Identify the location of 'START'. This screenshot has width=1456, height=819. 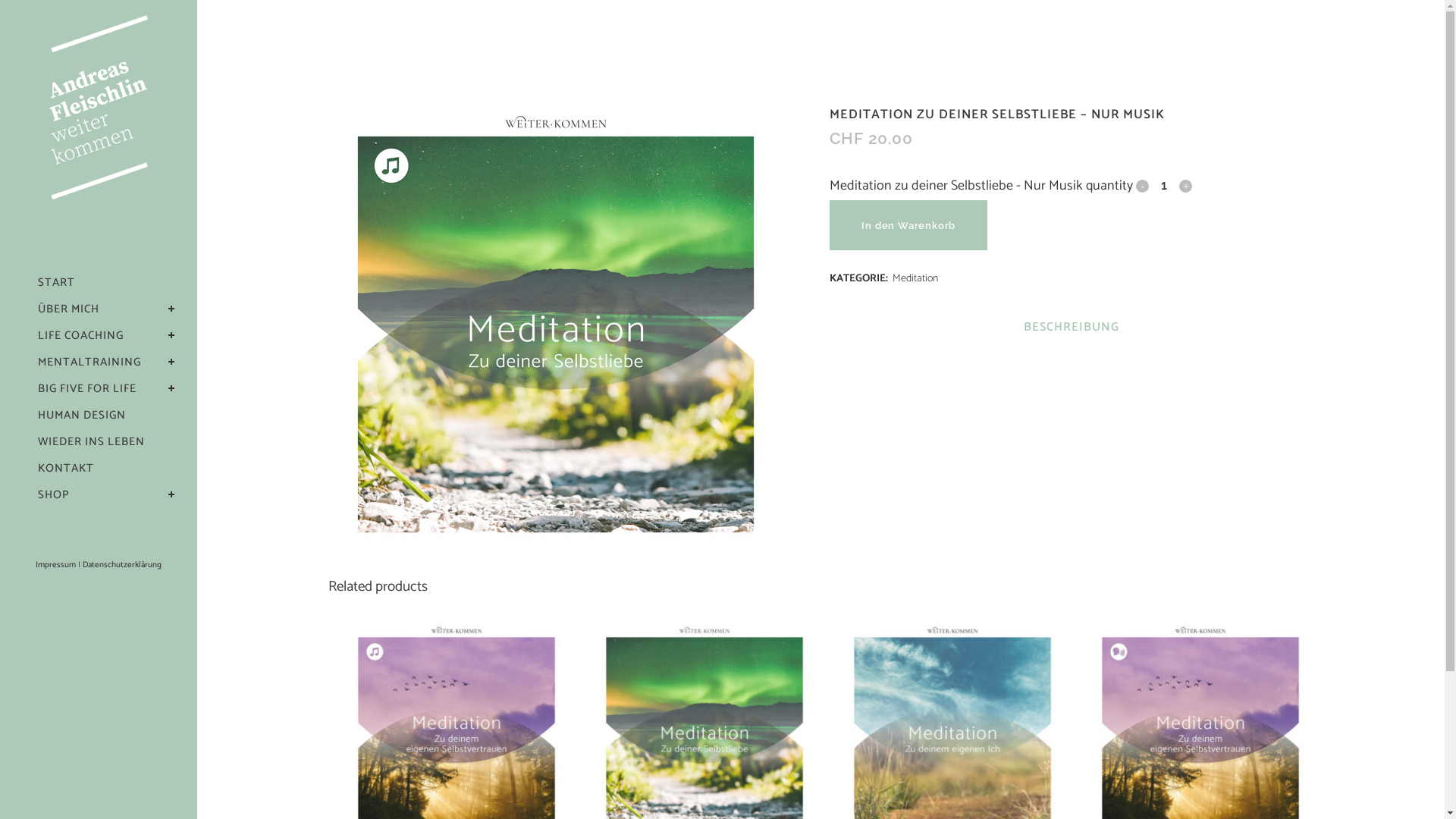
(37, 282).